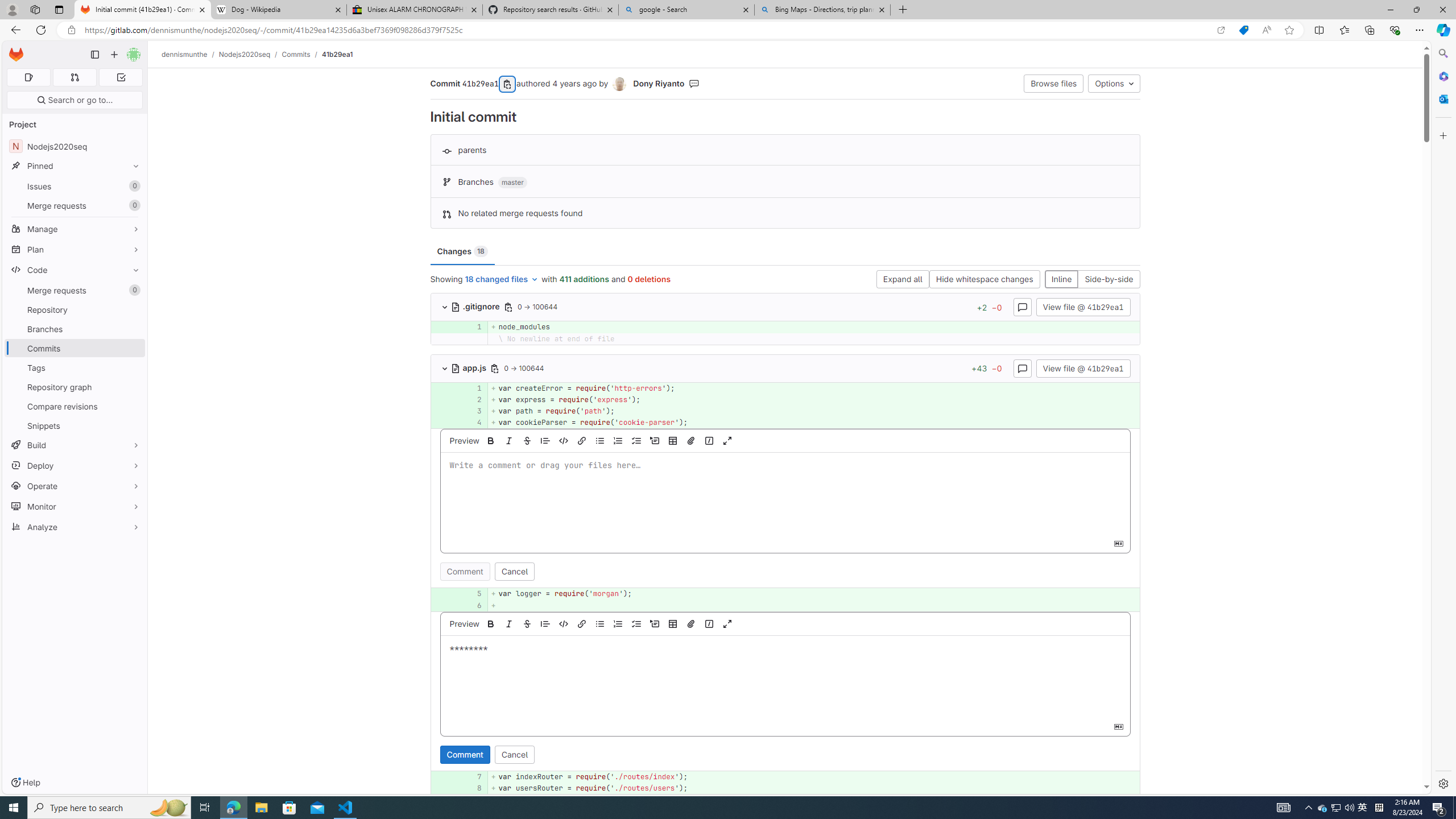  Describe the element at coordinates (133, 329) in the screenshot. I see `'Pin Branches'` at that location.